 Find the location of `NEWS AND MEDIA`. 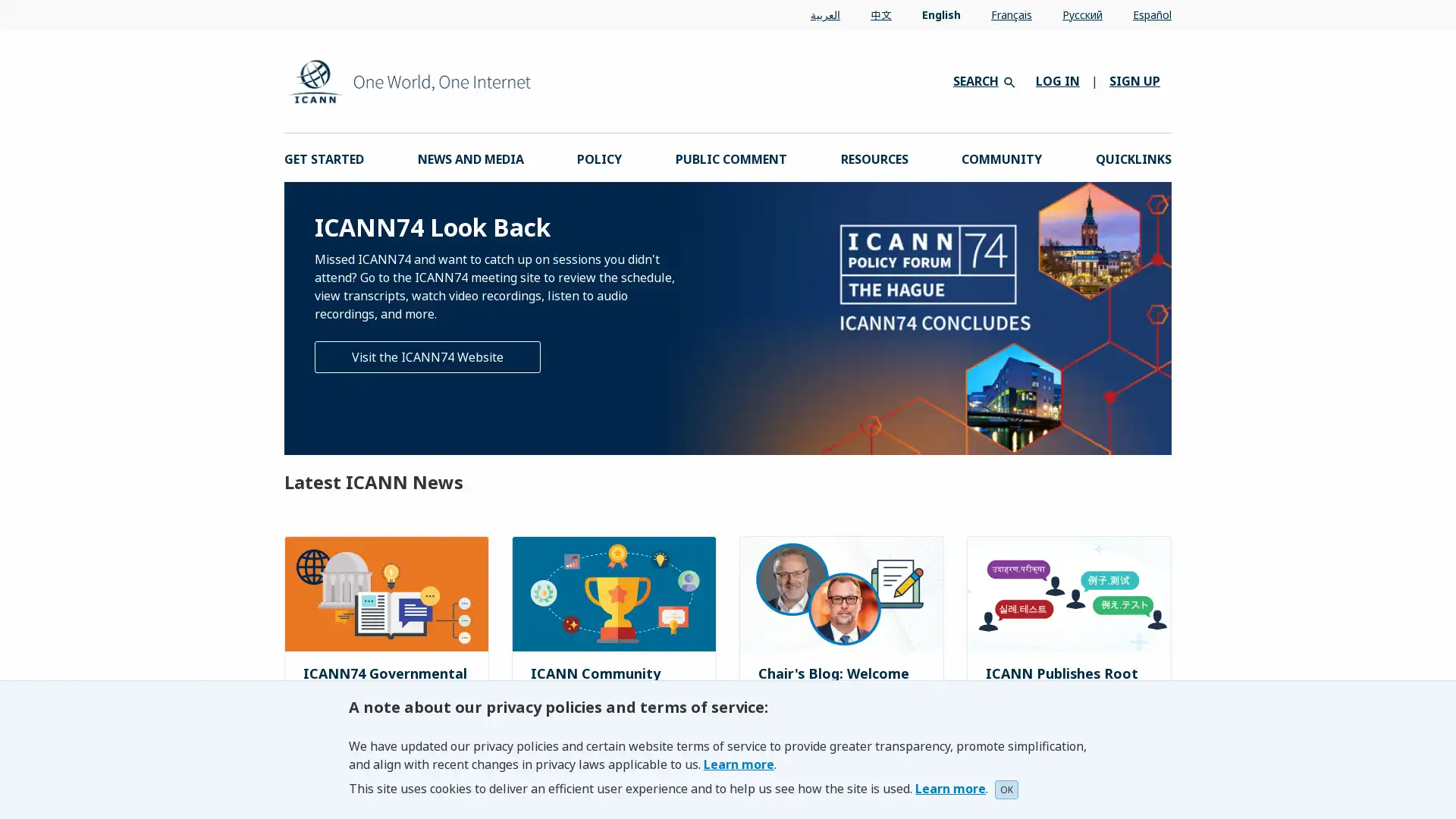

NEWS AND MEDIA is located at coordinates (469, 158).